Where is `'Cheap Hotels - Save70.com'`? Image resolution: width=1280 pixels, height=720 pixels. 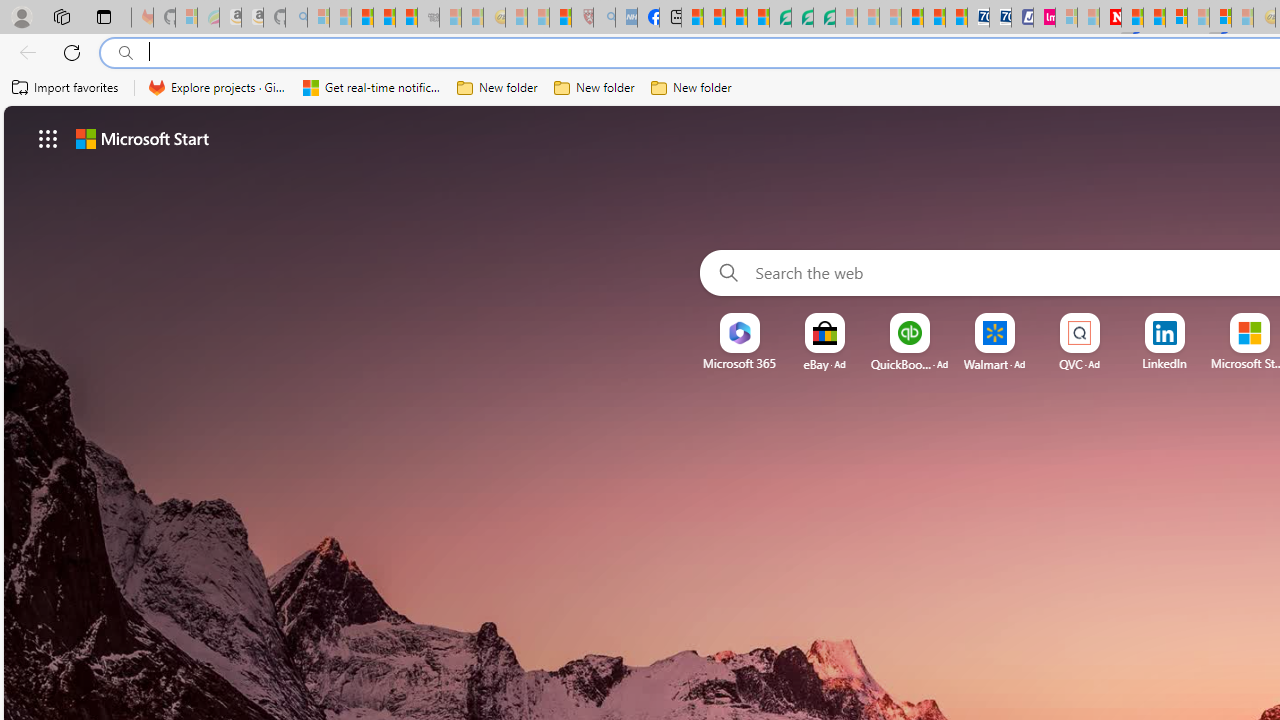
'Cheap Hotels - Save70.com' is located at coordinates (1000, 17).